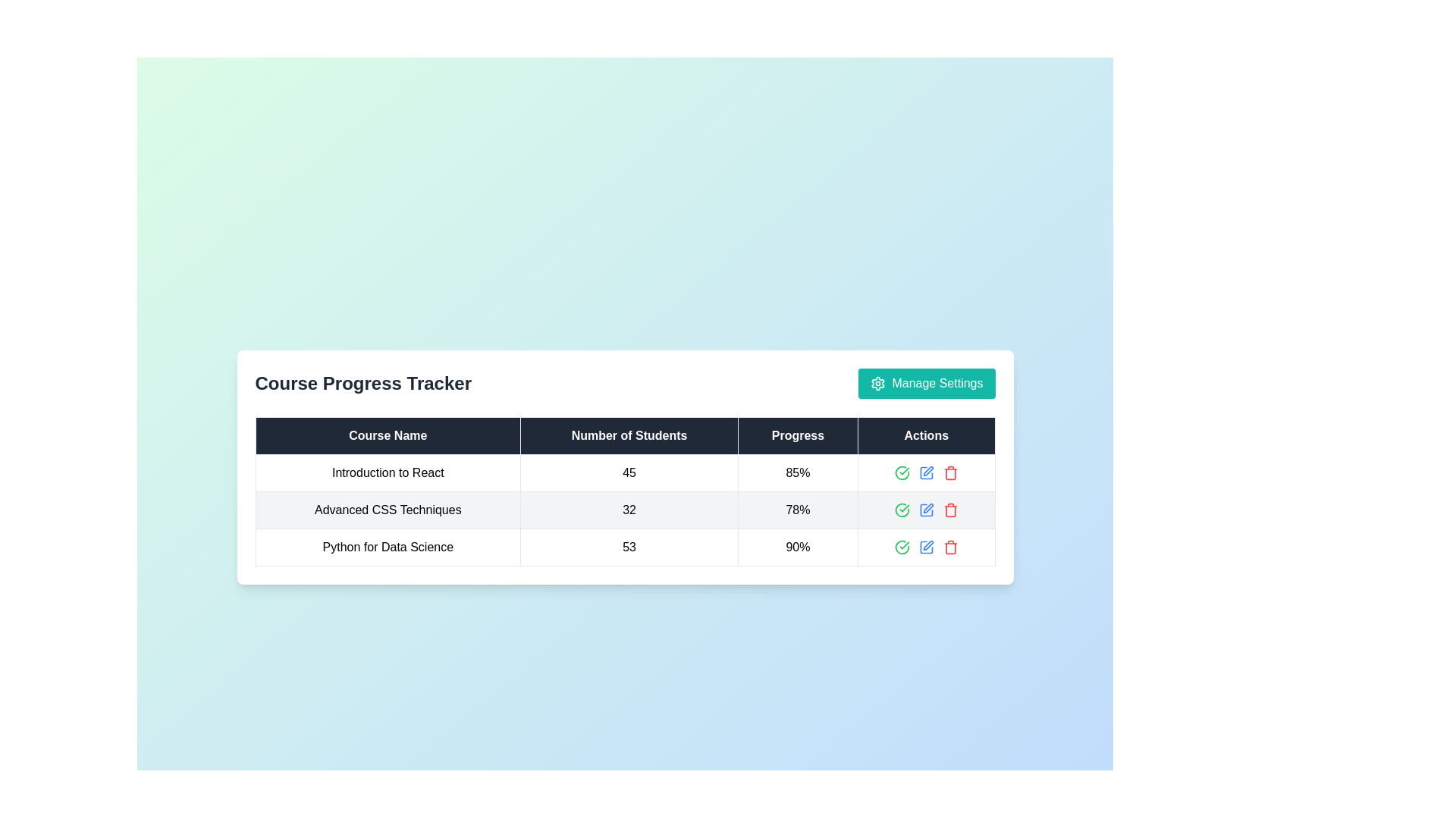 The width and height of the screenshot is (1456, 819). I want to click on the trash icon located, so click(949, 473).